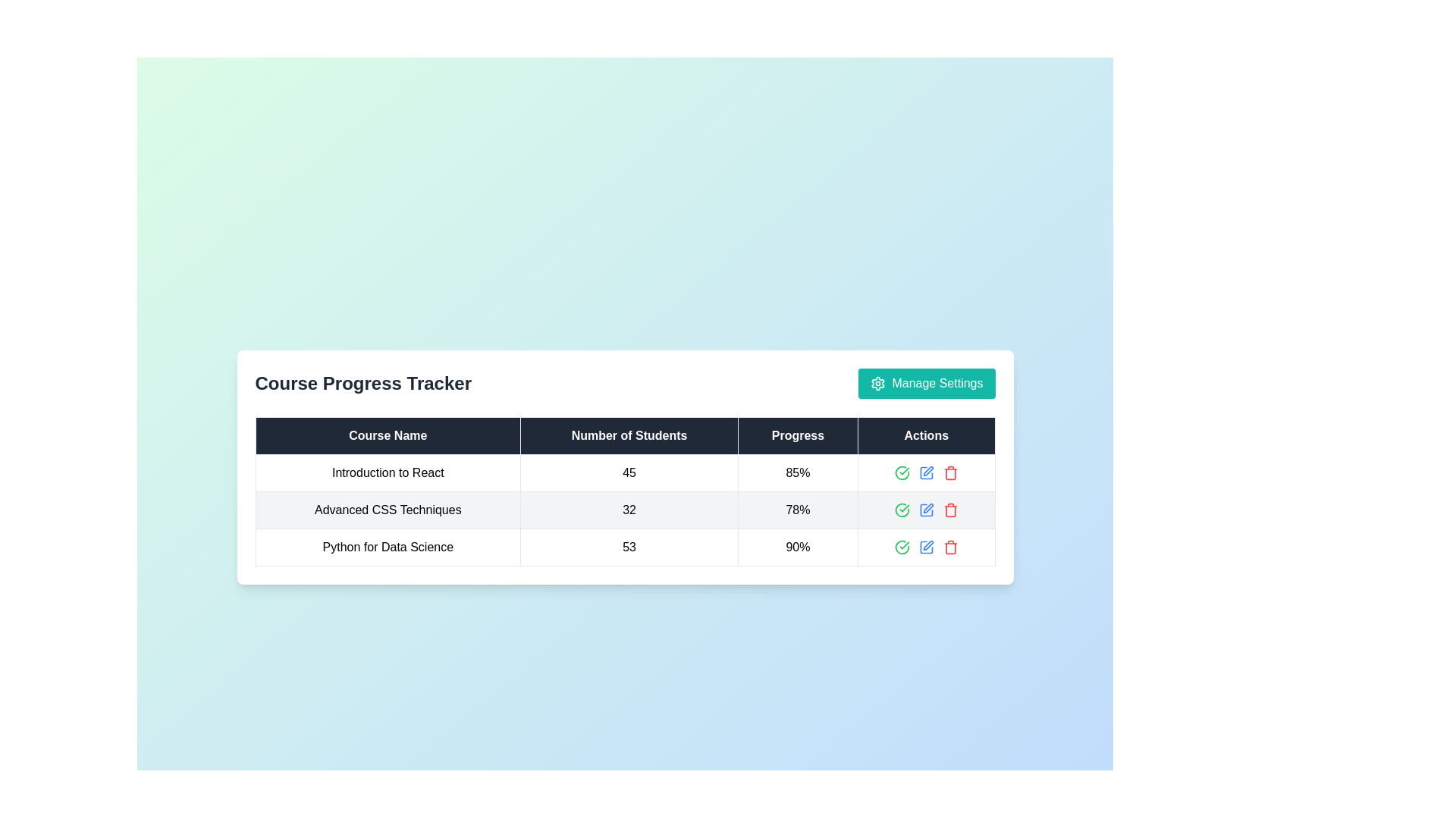 The width and height of the screenshot is (1456, 819). I want to click on the trash icon located, so click(949, 473).